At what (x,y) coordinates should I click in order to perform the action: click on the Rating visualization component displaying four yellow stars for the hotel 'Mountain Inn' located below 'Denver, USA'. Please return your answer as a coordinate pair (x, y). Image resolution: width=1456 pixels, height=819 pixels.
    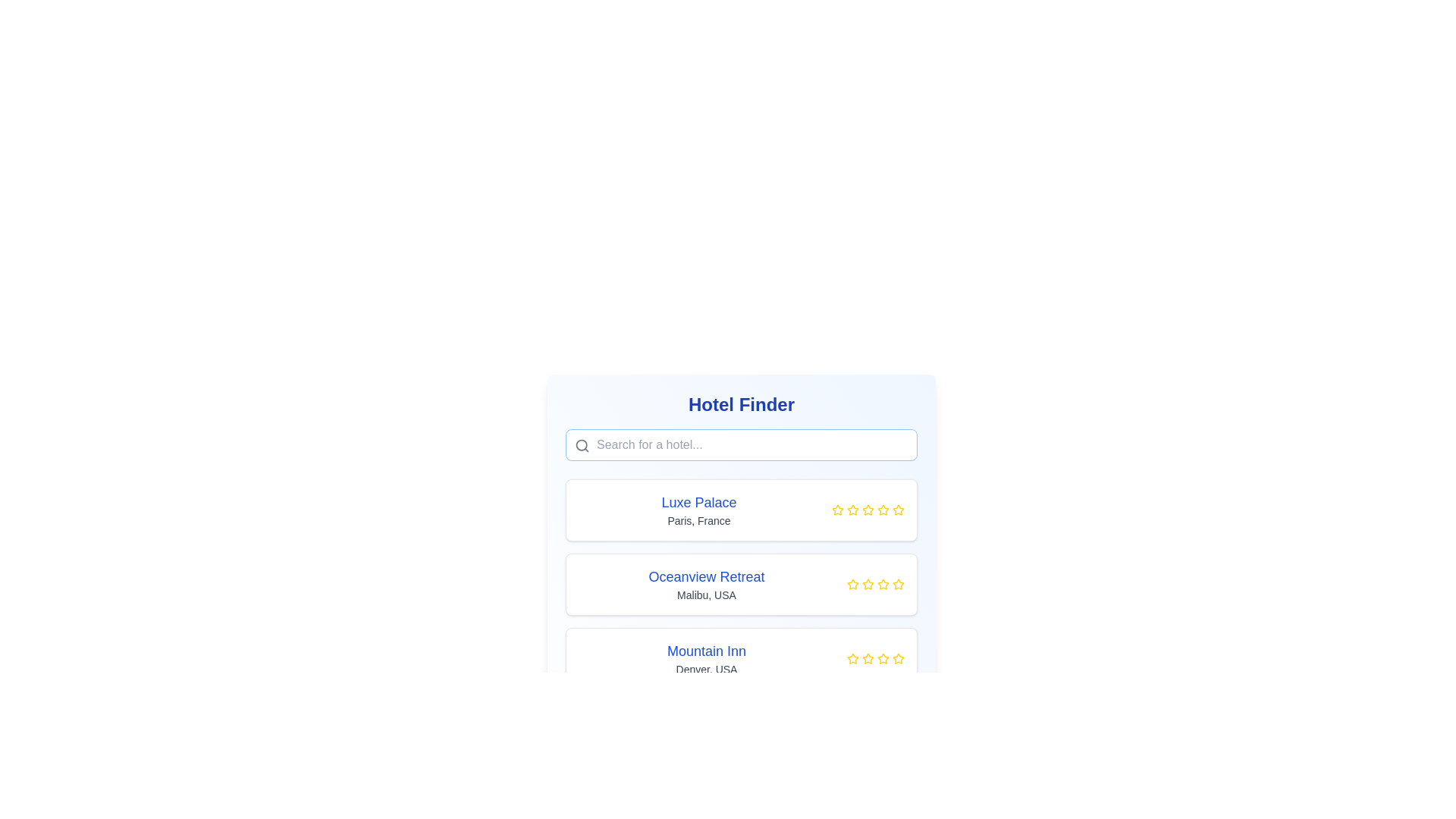
    Looking at the image, I should click on (876, 657).